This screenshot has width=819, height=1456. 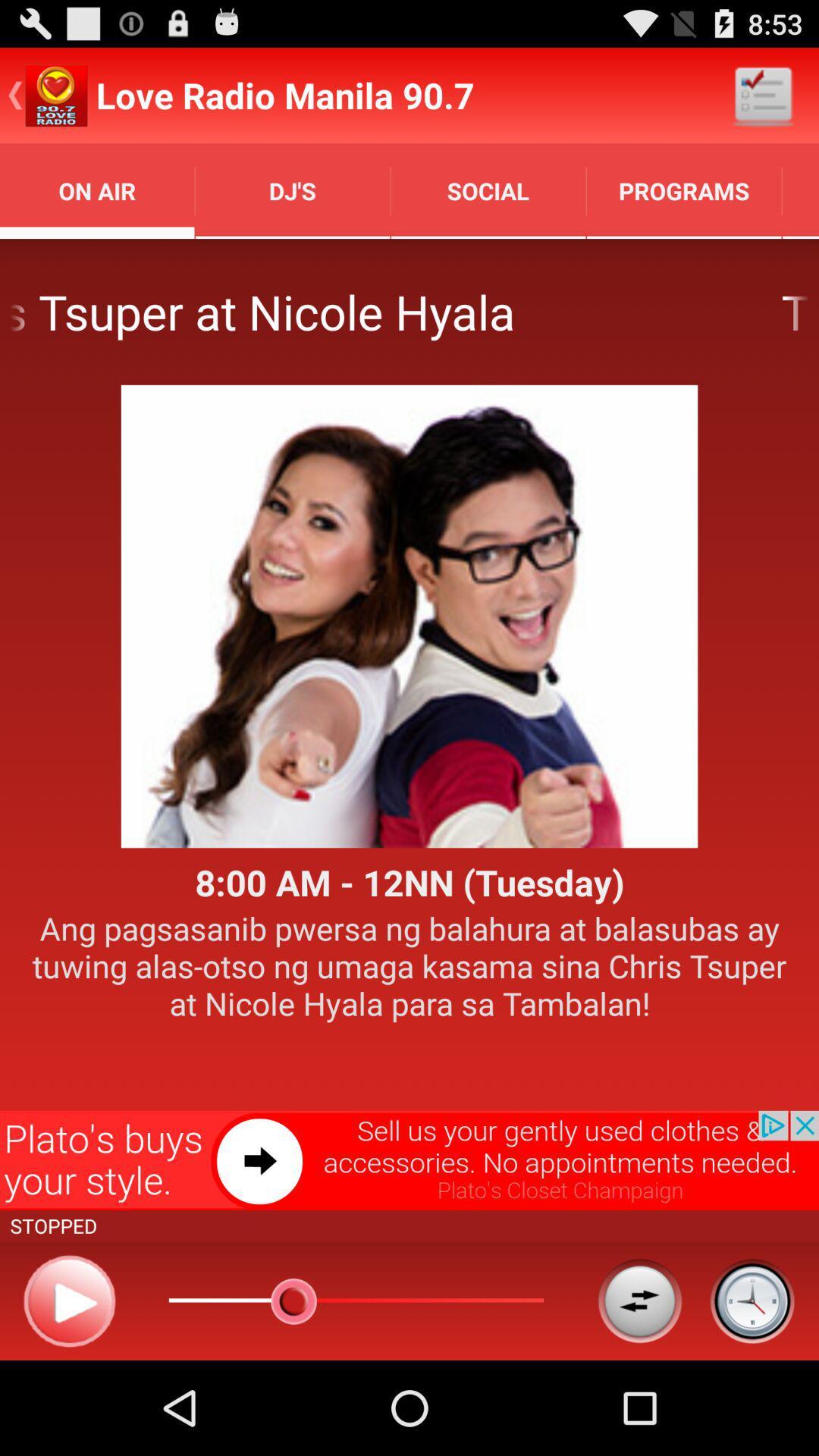 What do you see at coordinates (639, 1300) in the screenshot?
I see `fast forward/rewind` at bounding box center [639, 1300].